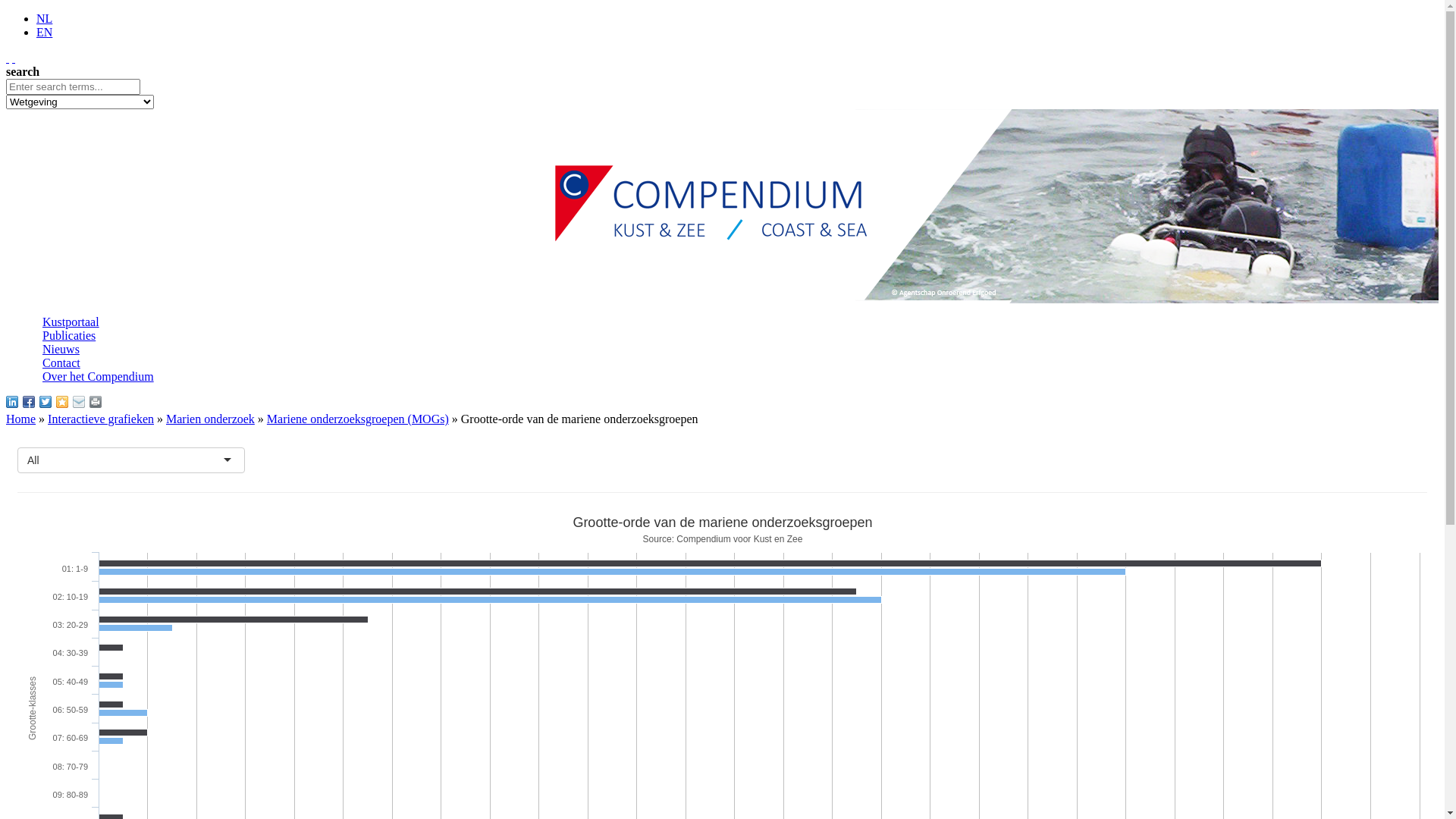 The width and height of the screenshot is (1456, 819). I want to click on 'Over het Compendium', so click(97, 375).